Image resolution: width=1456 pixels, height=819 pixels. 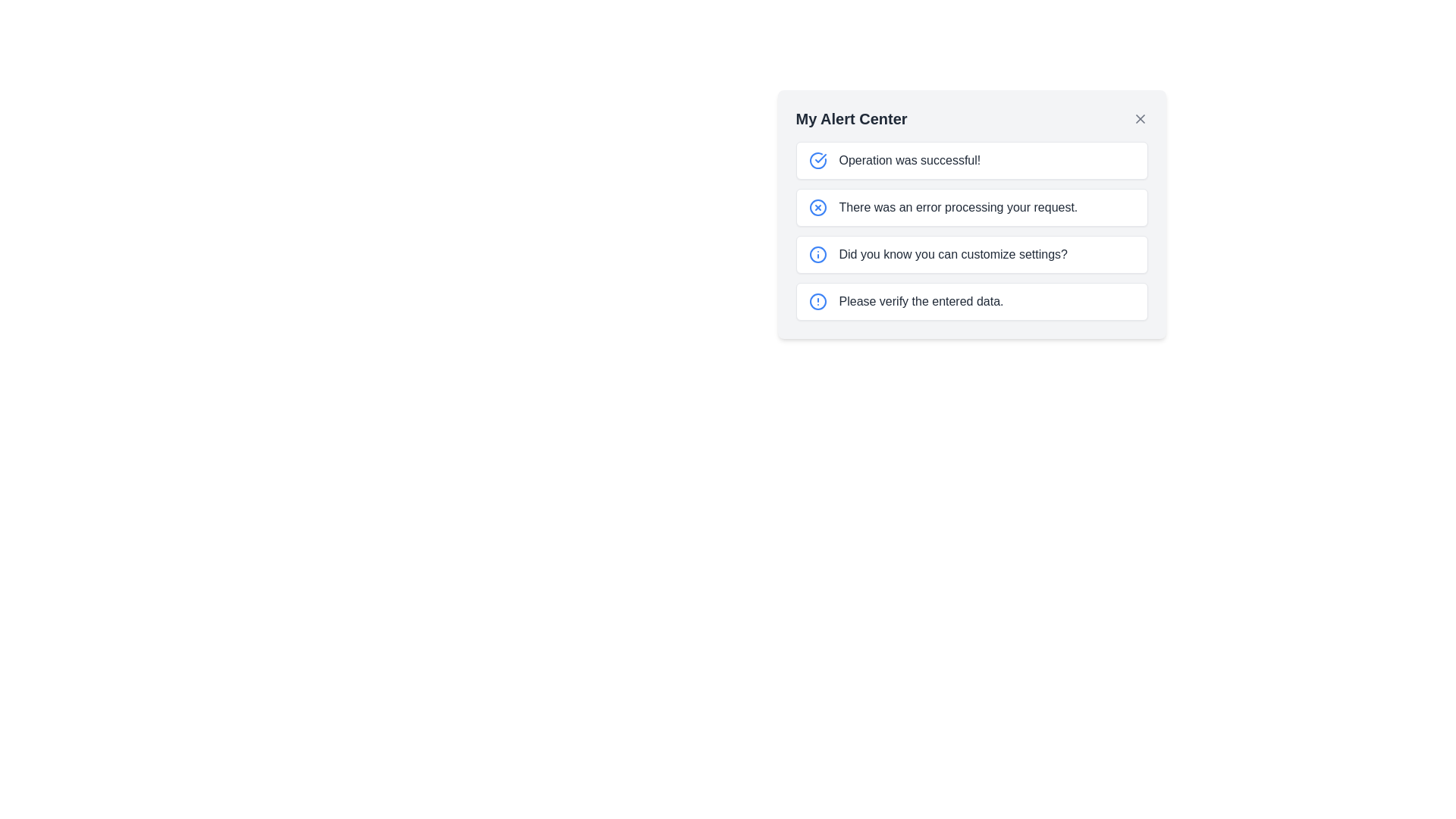 I want to click on the circular icon with a blue outline and checkmark, located to the left of the text 'Operation was successful!' in the alert box, so click(x=817, y=161).